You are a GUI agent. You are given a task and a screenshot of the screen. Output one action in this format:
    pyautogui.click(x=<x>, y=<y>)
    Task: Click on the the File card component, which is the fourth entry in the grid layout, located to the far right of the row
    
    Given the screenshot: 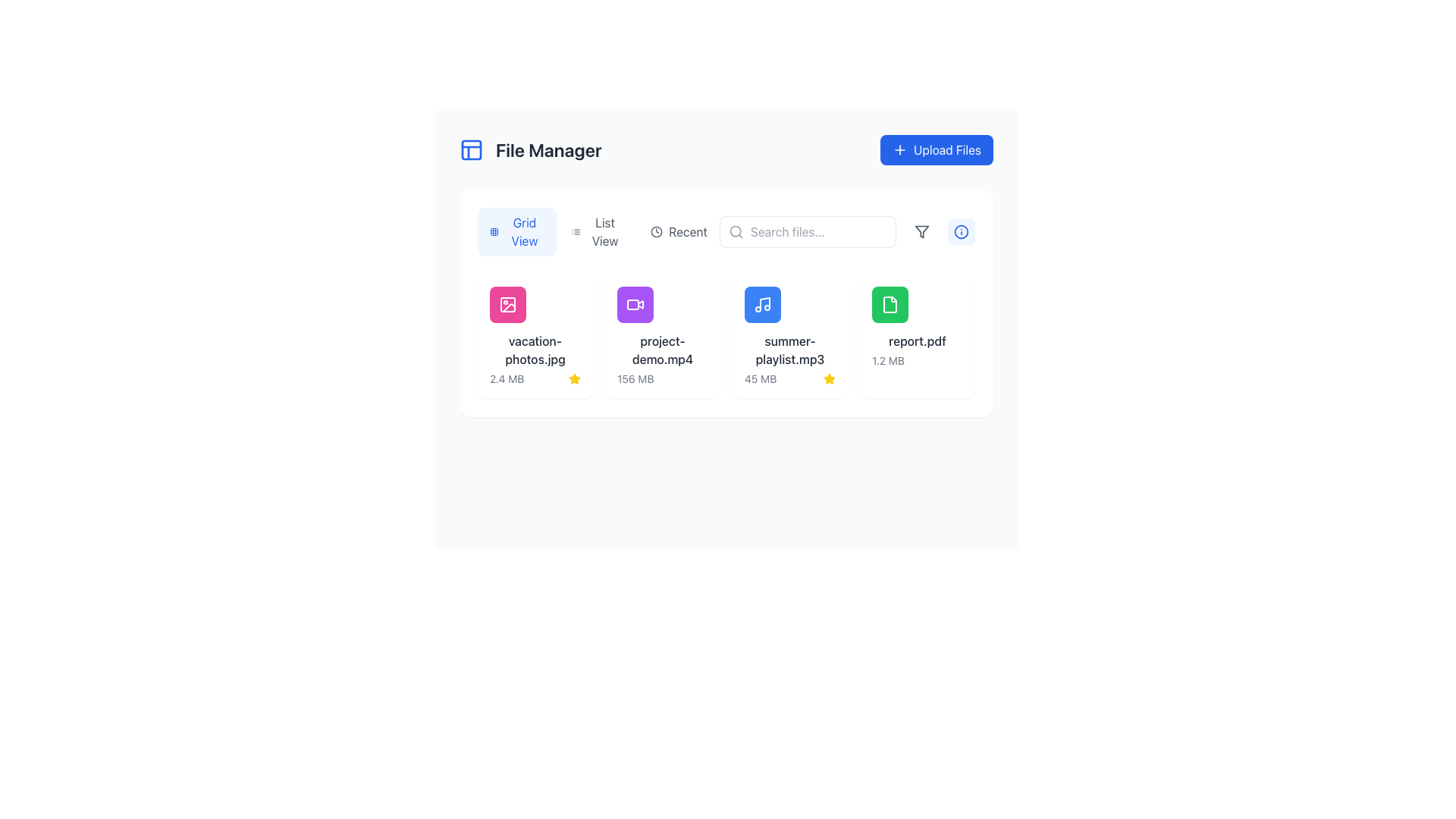 What is the action you would take?
    pyautogui.click(x=916, y=335)
    